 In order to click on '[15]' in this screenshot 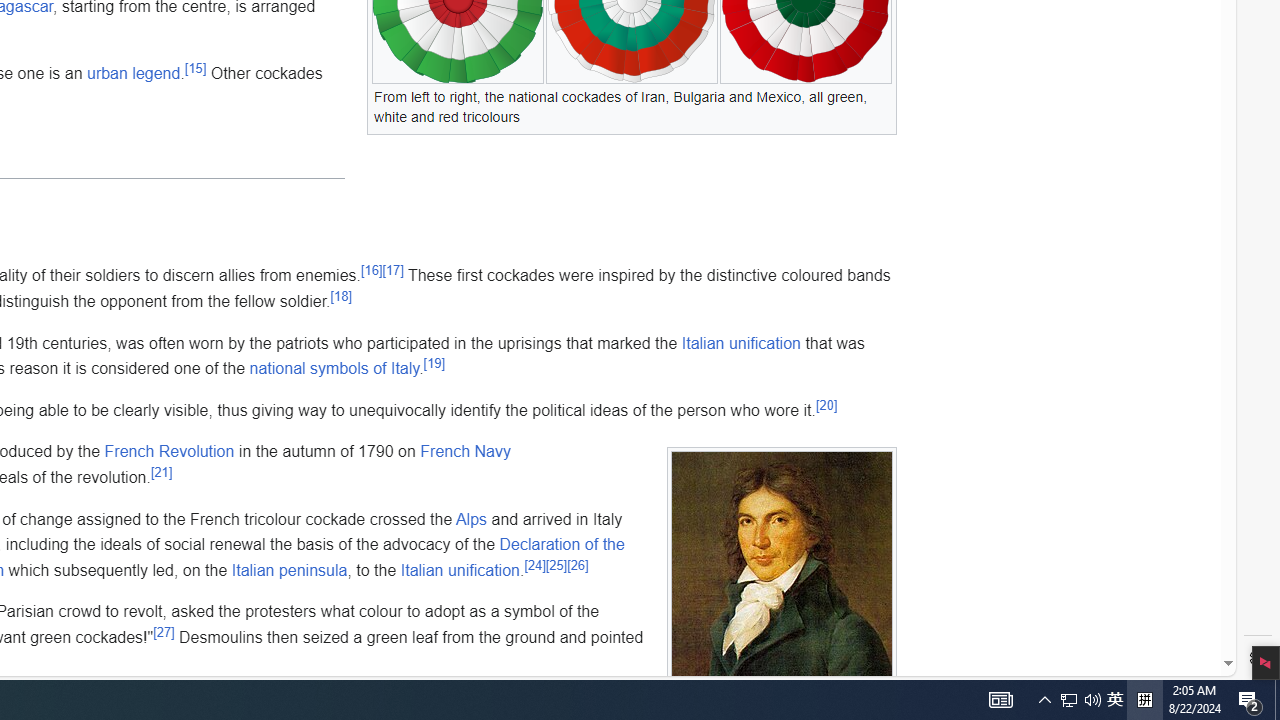, I will do `click(195, 68)`.